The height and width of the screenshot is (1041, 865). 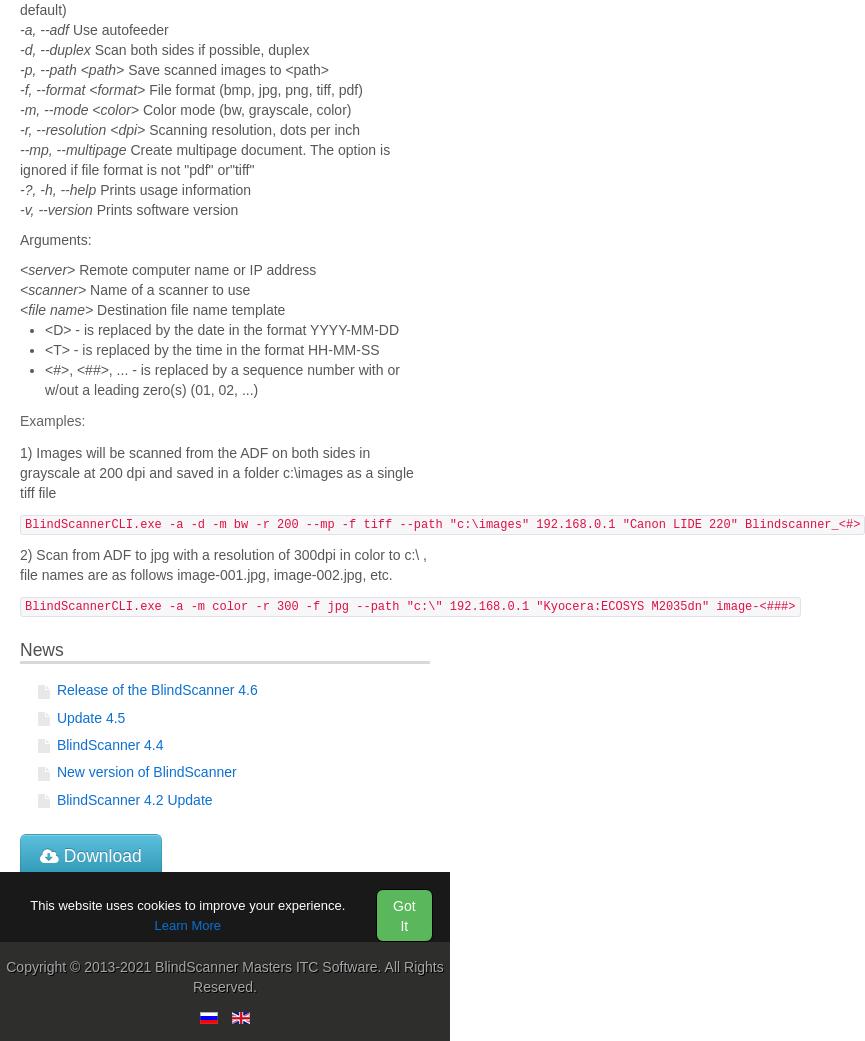 I want to click on '<#>, <##>, ... - is replaced by a sequence number with or w/out a leading zero(s) (01, 02, ...)', so click(x=44, y=379).